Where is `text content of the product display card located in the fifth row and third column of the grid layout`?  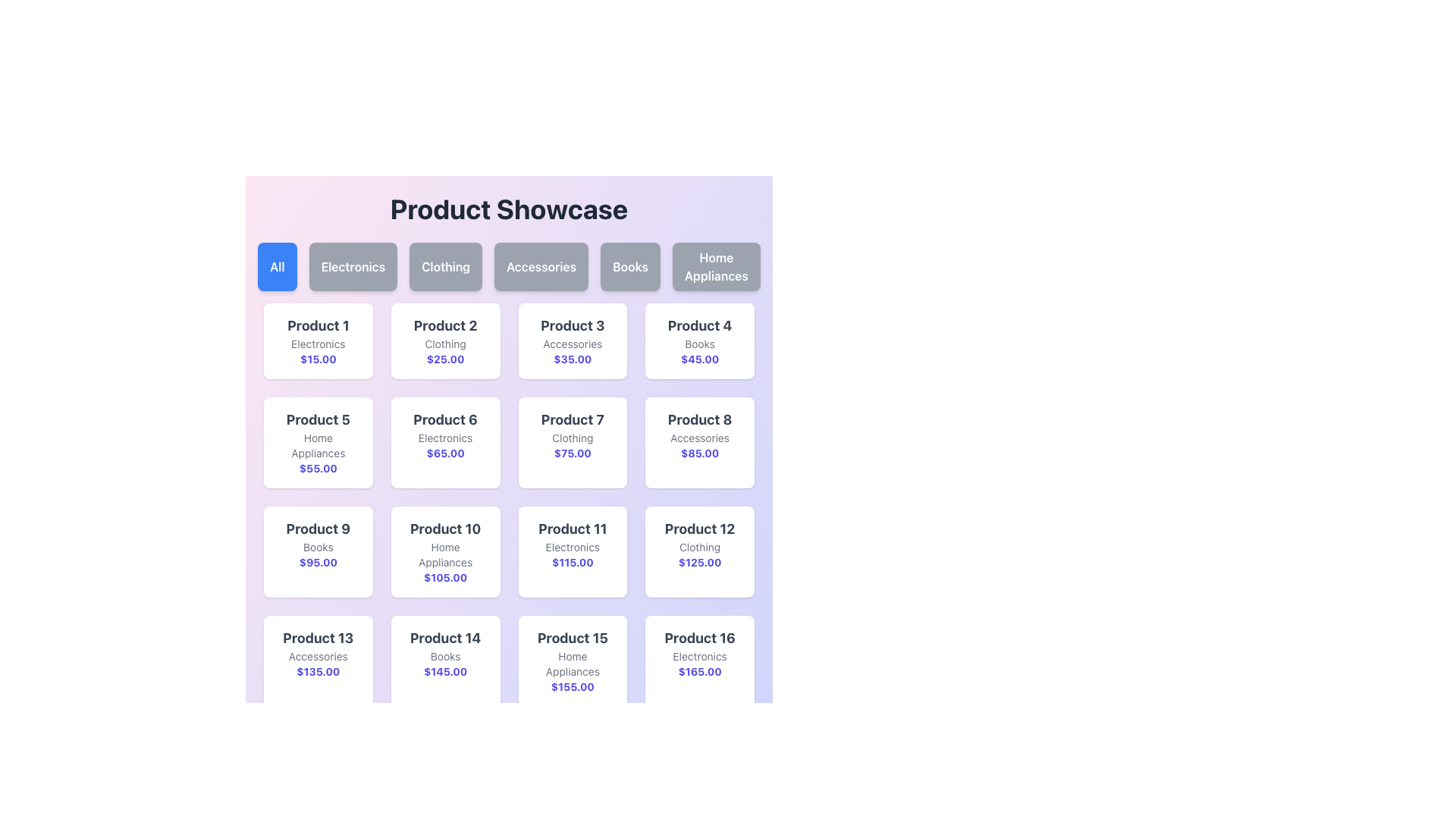 text content of the product display card located in the fifth row and third column of the grid layout is located at coordinates (572, 660).